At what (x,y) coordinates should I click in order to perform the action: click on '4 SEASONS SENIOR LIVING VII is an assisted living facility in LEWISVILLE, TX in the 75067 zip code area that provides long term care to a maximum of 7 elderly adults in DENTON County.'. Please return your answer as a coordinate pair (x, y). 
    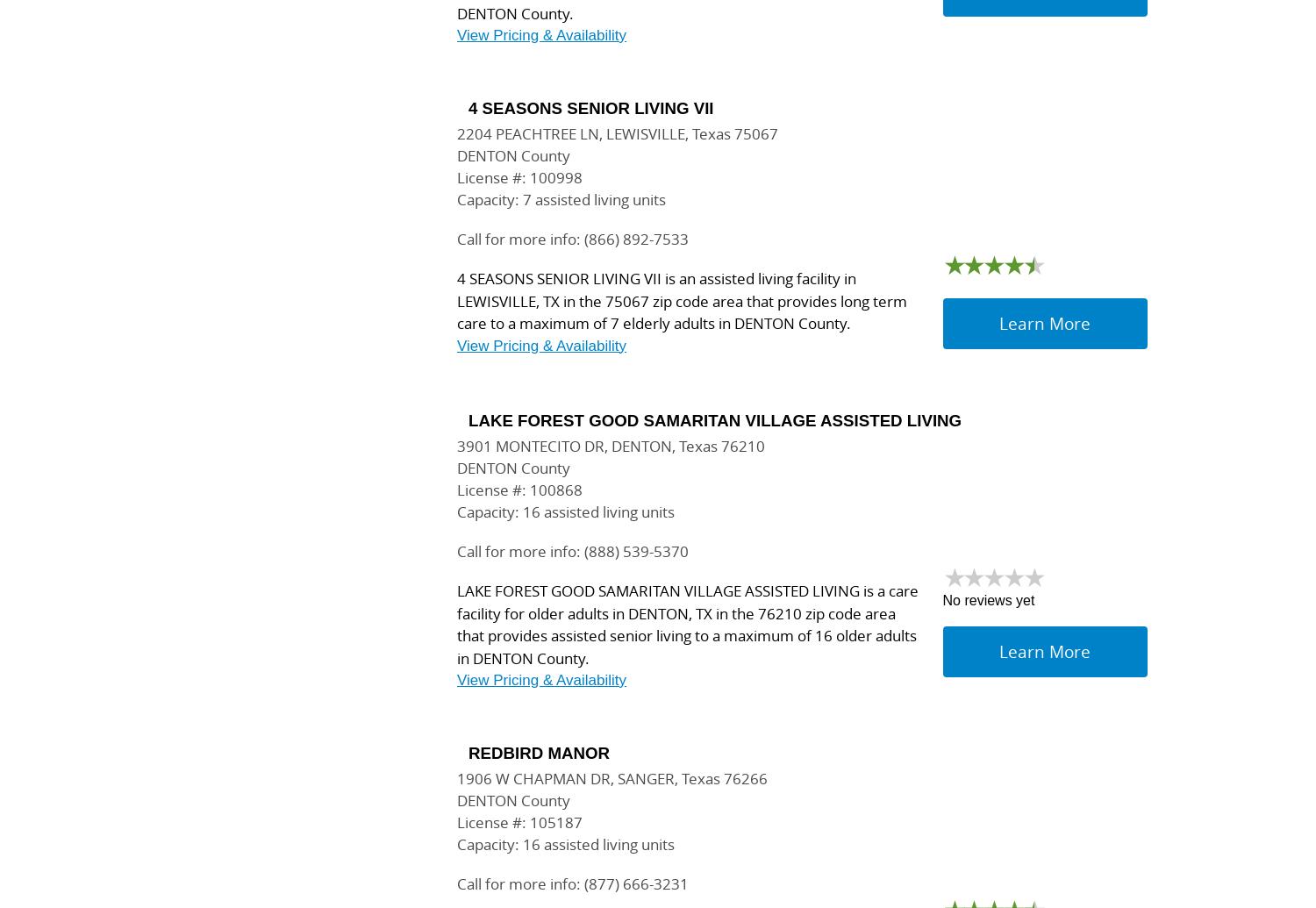
    Looking at the image, I should click on (682, 300).